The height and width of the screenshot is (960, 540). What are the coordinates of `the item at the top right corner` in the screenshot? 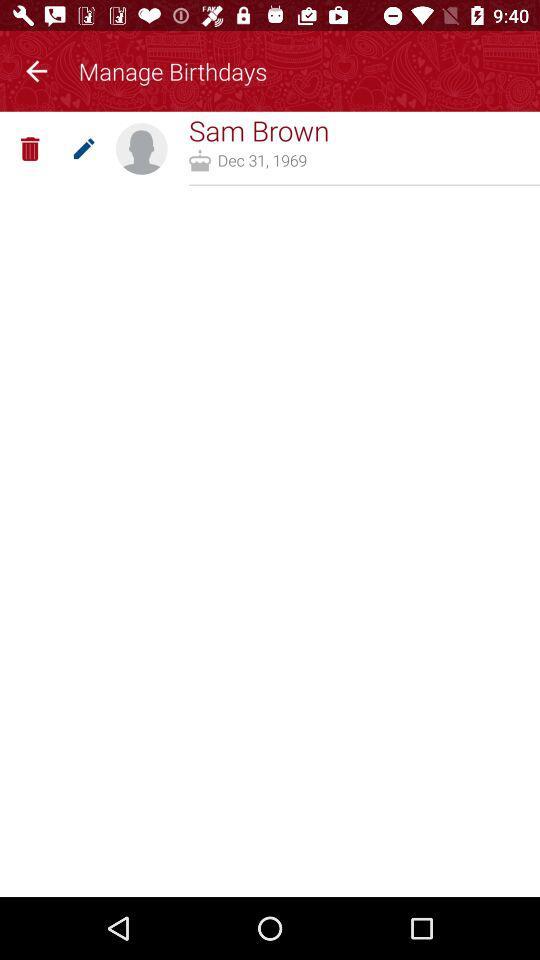 It's located at (363, 185).